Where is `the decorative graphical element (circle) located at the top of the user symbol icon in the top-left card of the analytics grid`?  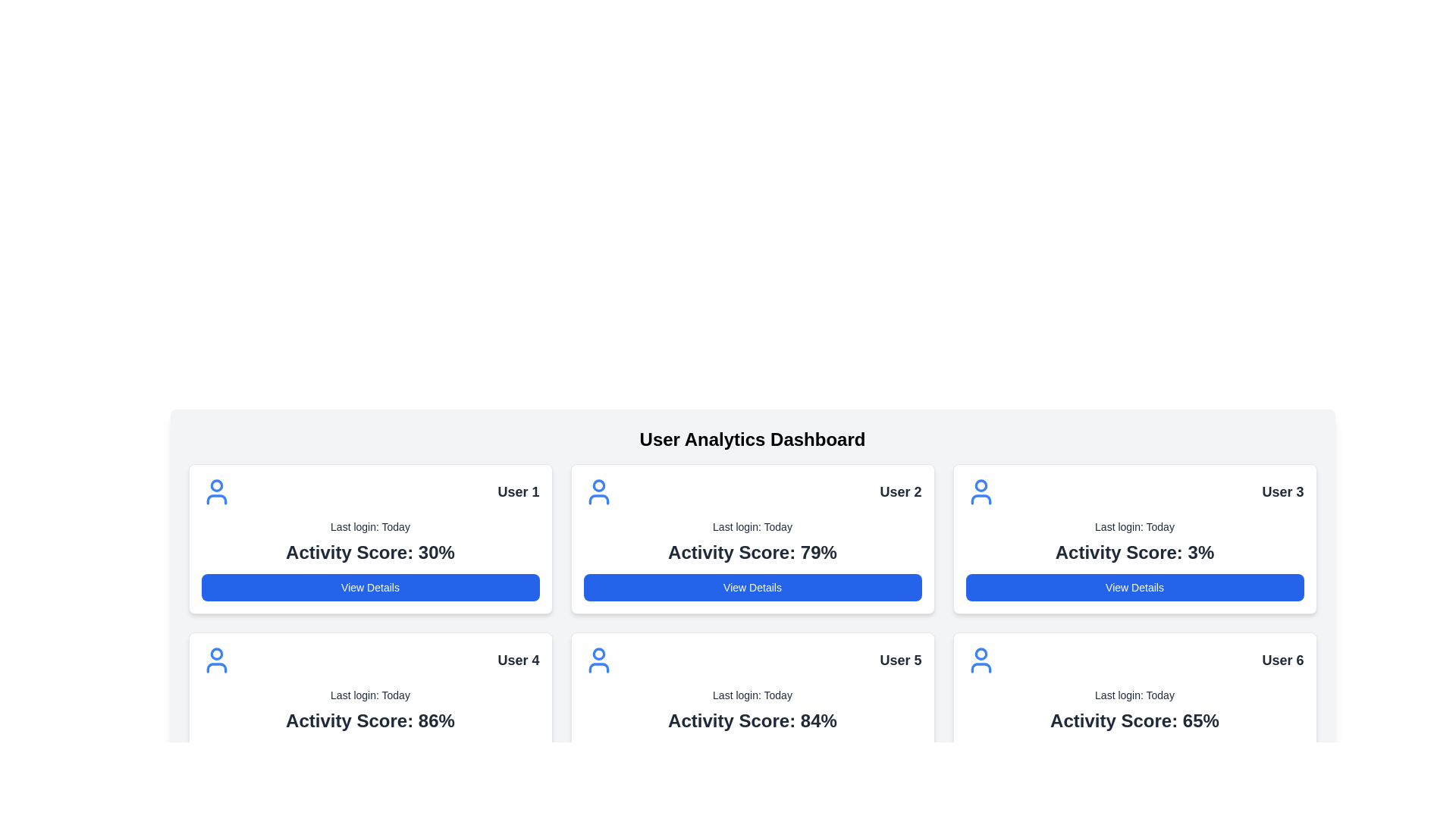
the decorative graphical element (circle) located at the top of the user symbol icon in the top-left card of the analytics grid is located at coordinates (215, 485).